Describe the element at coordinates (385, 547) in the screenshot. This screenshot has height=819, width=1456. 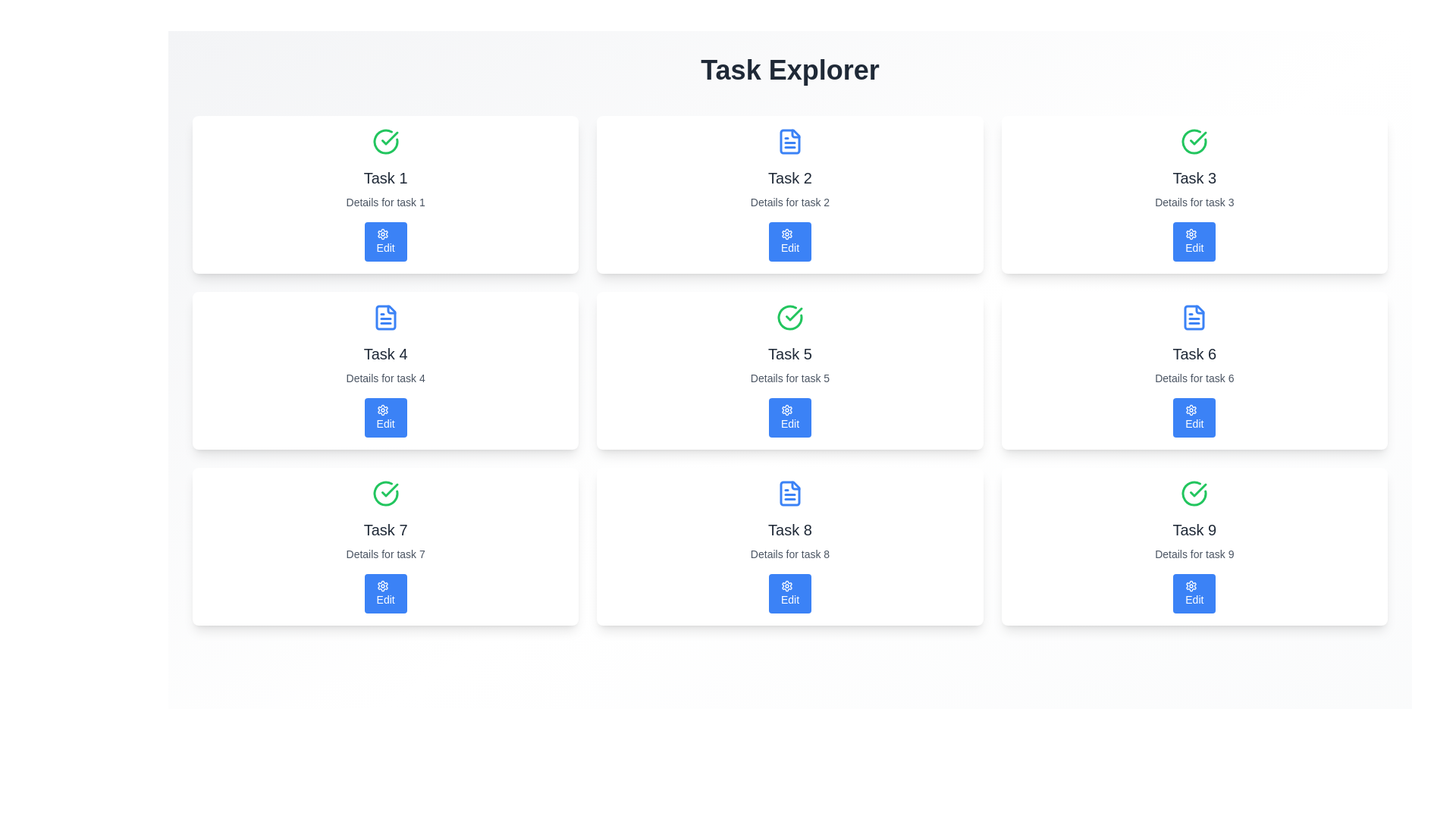
I see `the 'Edit' button on the Card component summarizing 'Task 7', located in the first column of the third row of the grid layout` at that location.